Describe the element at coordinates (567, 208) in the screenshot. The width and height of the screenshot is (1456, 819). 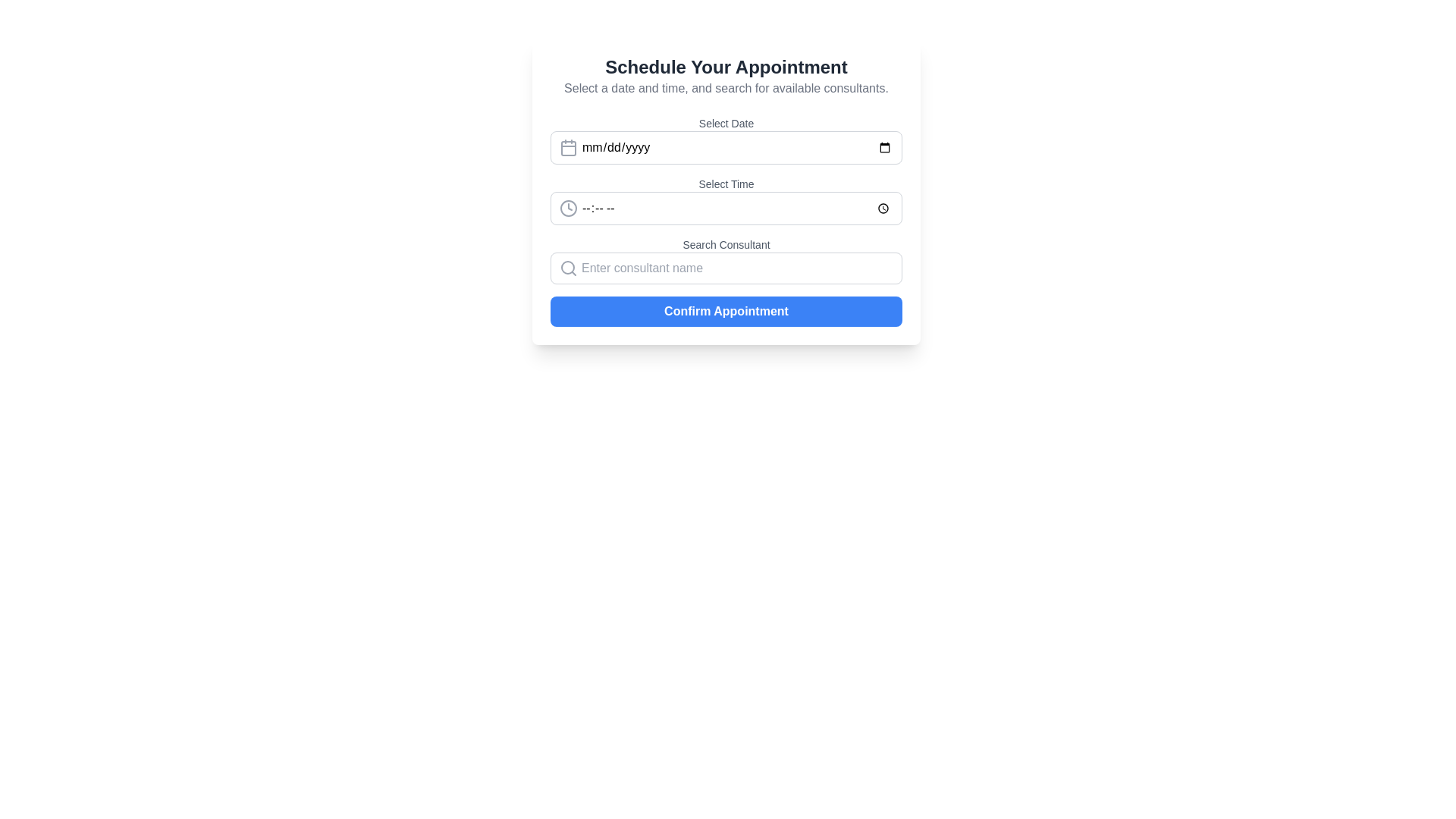
I see `the clock icon located to the left of the 'Select Time' input field, which signifies the time selection functionality` at that location.